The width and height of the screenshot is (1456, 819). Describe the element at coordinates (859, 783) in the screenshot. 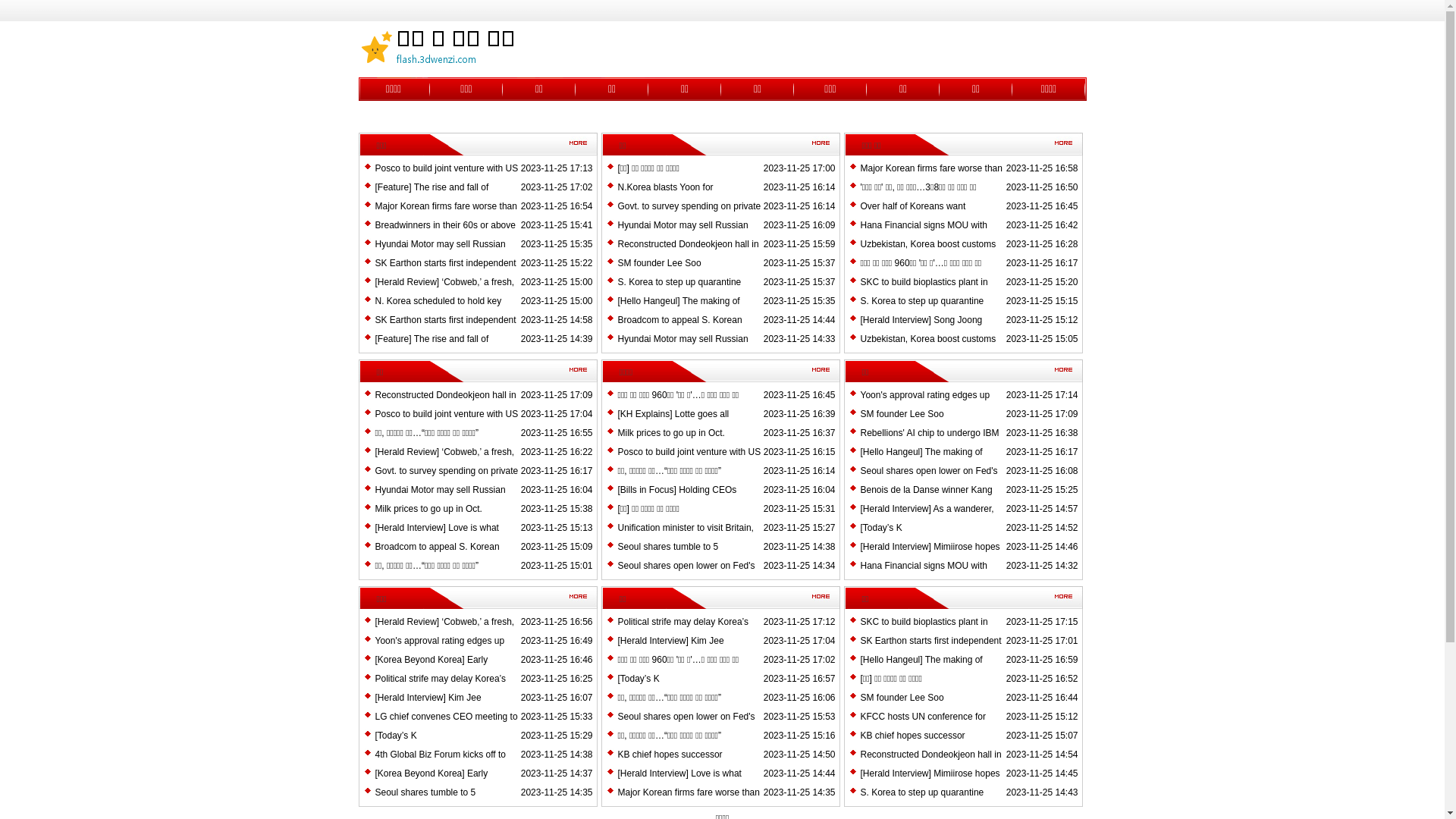

I see `'[Herald Interview] Mimiirose hopes to make a name for itself'` at that location.